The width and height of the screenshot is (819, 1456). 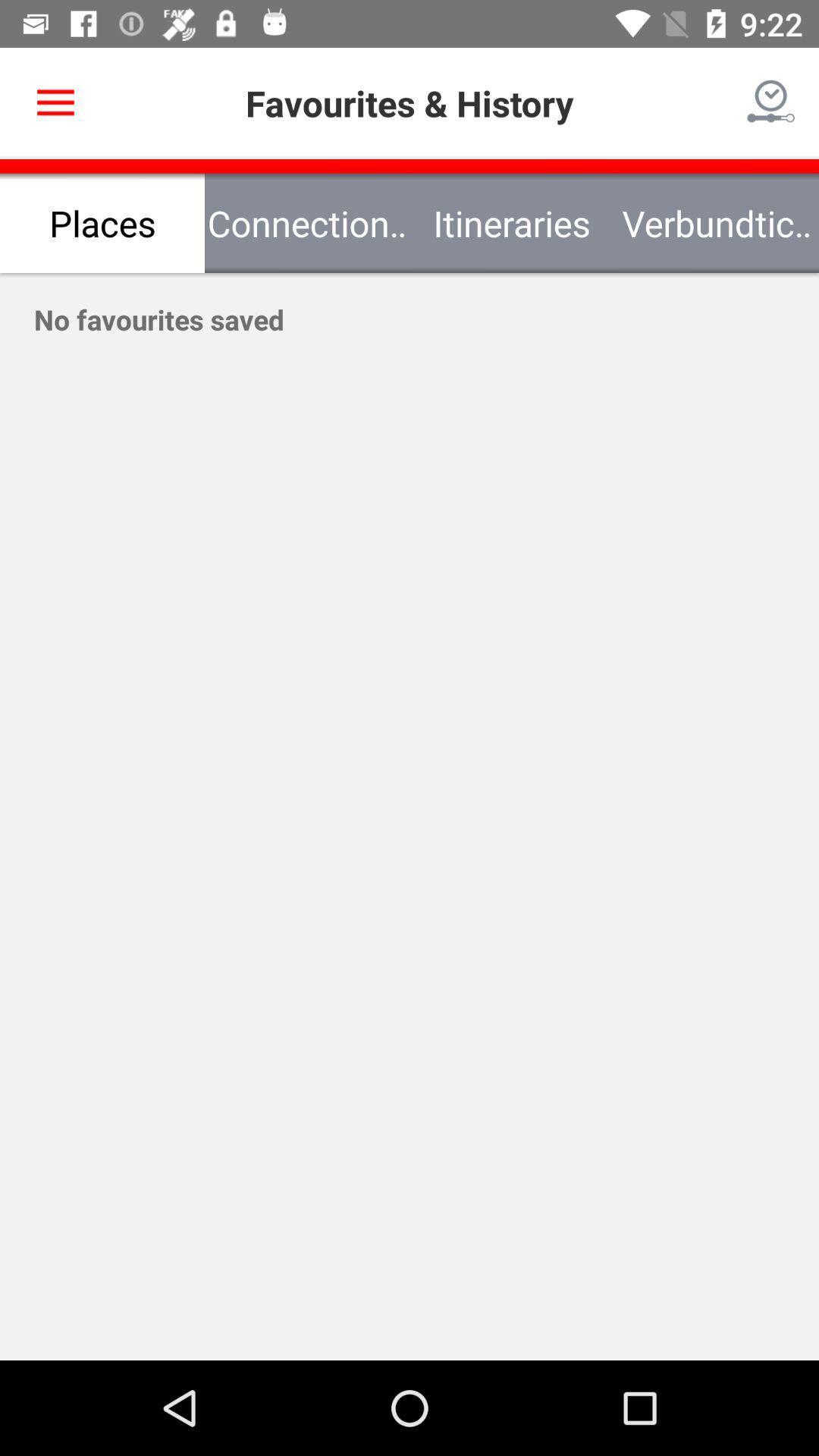 What do you see at coordinates (102, 222) in the screenshot?
I see `the places item` at bounding box center [102, 222].